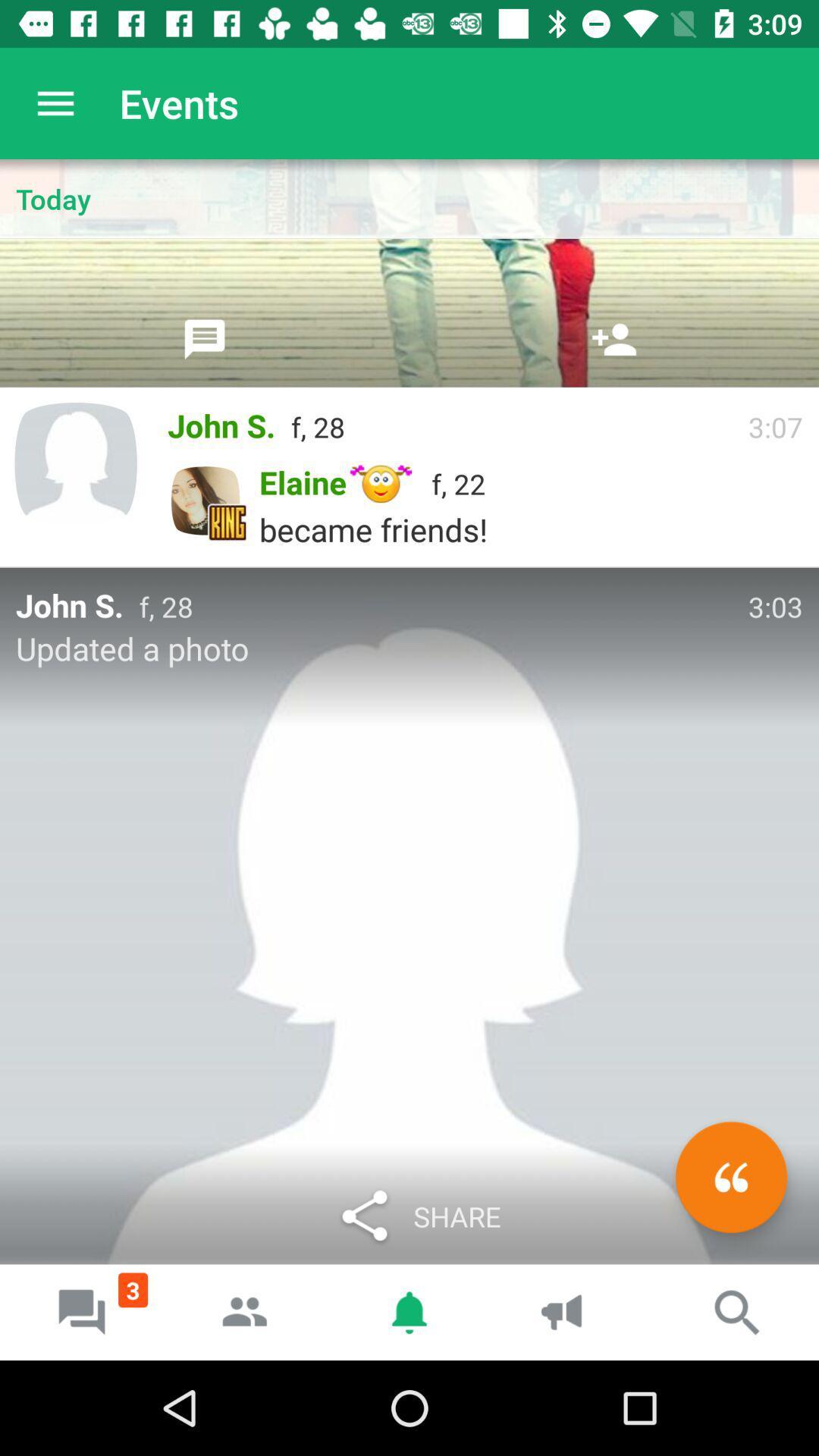 The width and height of the screenshot is (819, 1456). I want to click on to friends, so click(614, 338).